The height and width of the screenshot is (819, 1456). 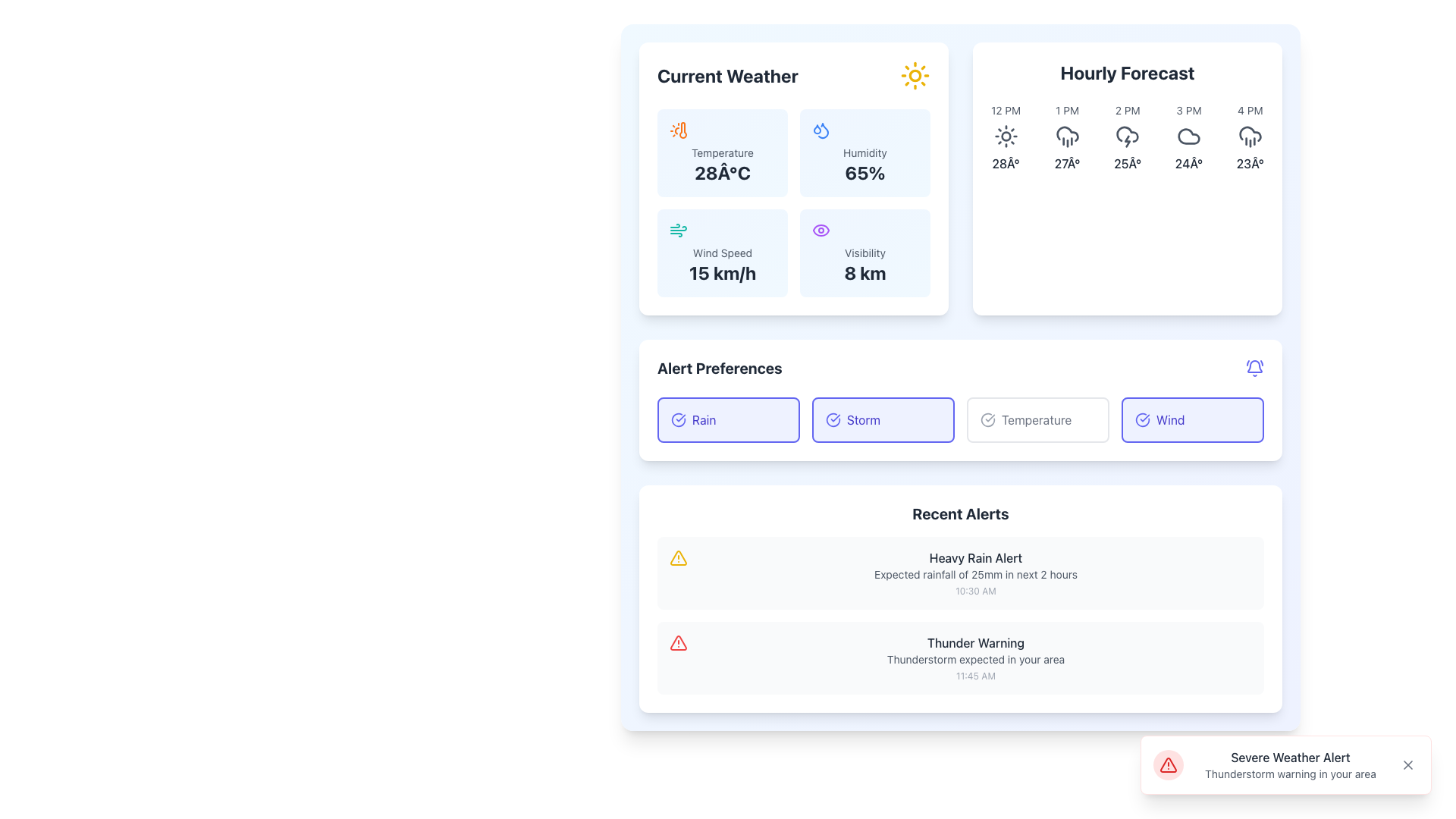 I want to click on the third item in the 'Hourly Forecast' section that displays a lightning cloud icon with the time '2 PM' and temperature '25Â°' for further details, so click(x=1128, y=137).